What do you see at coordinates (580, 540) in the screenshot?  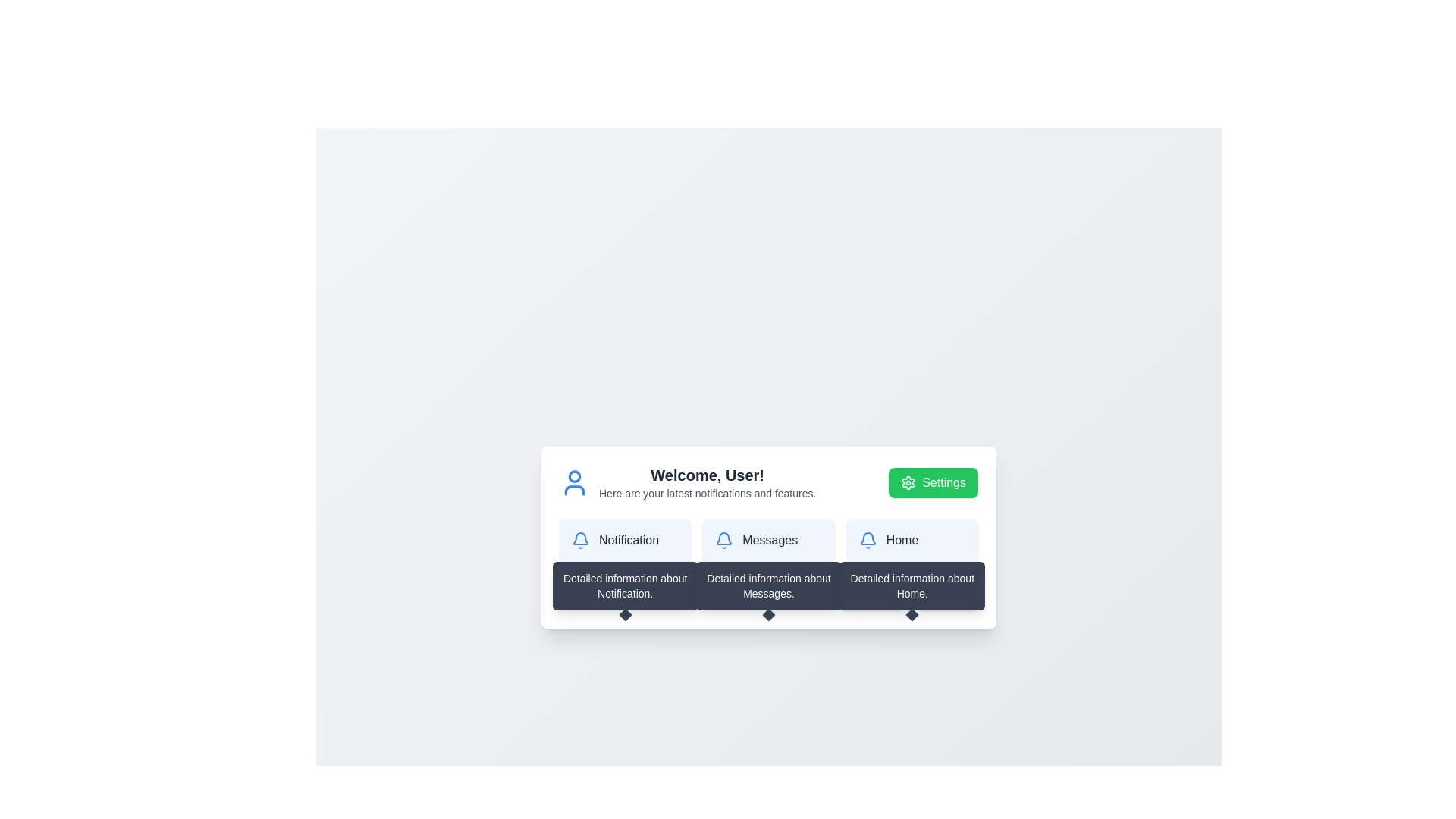 I see `the blue notification bell icon on the leftmost side of the horizontal section` at bounding box center [580, 540].